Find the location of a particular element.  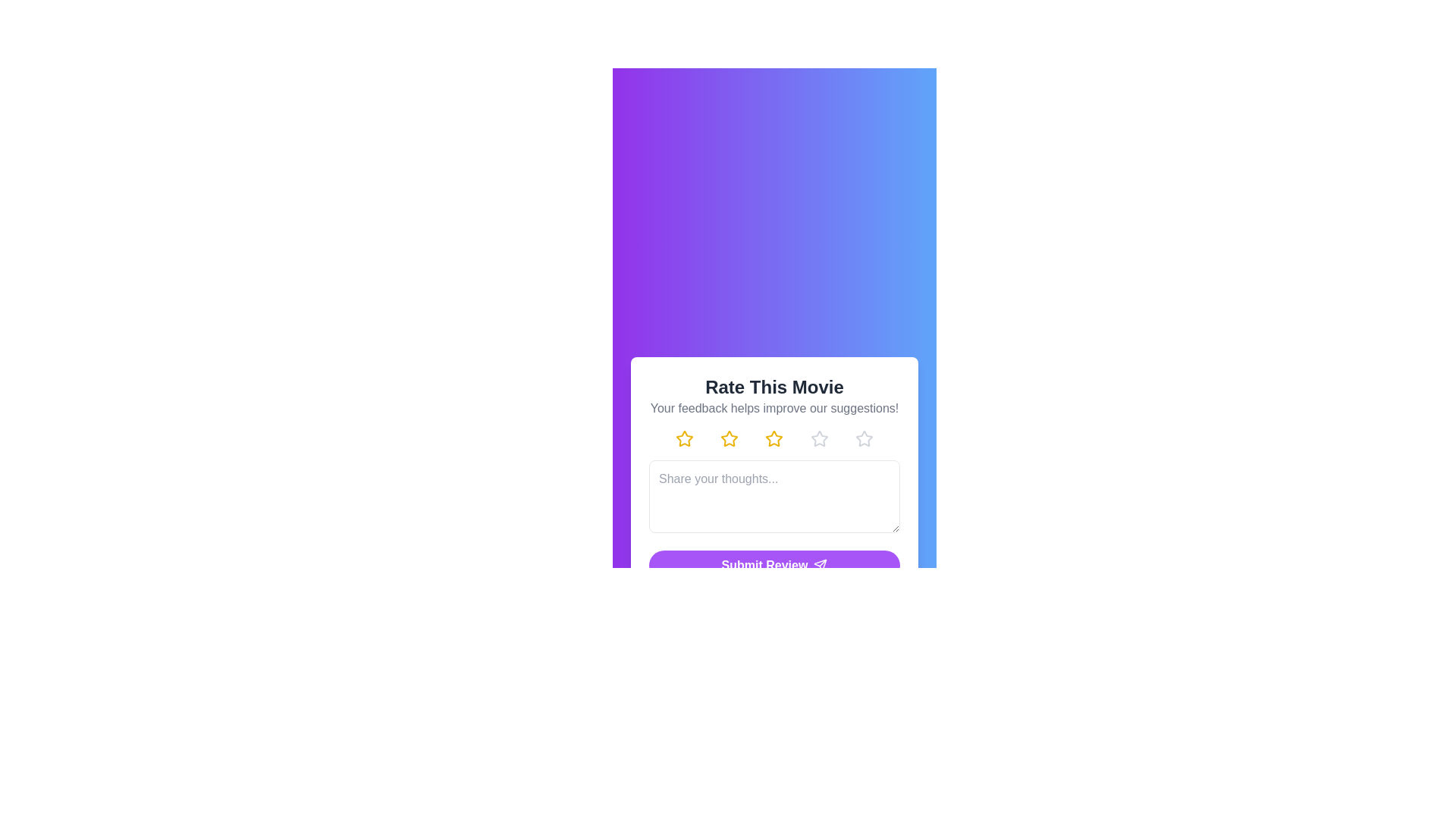

the fourth star icon in the interactive star rating system beneath 'Rate This Movie' is located at coordinates (864, 438).